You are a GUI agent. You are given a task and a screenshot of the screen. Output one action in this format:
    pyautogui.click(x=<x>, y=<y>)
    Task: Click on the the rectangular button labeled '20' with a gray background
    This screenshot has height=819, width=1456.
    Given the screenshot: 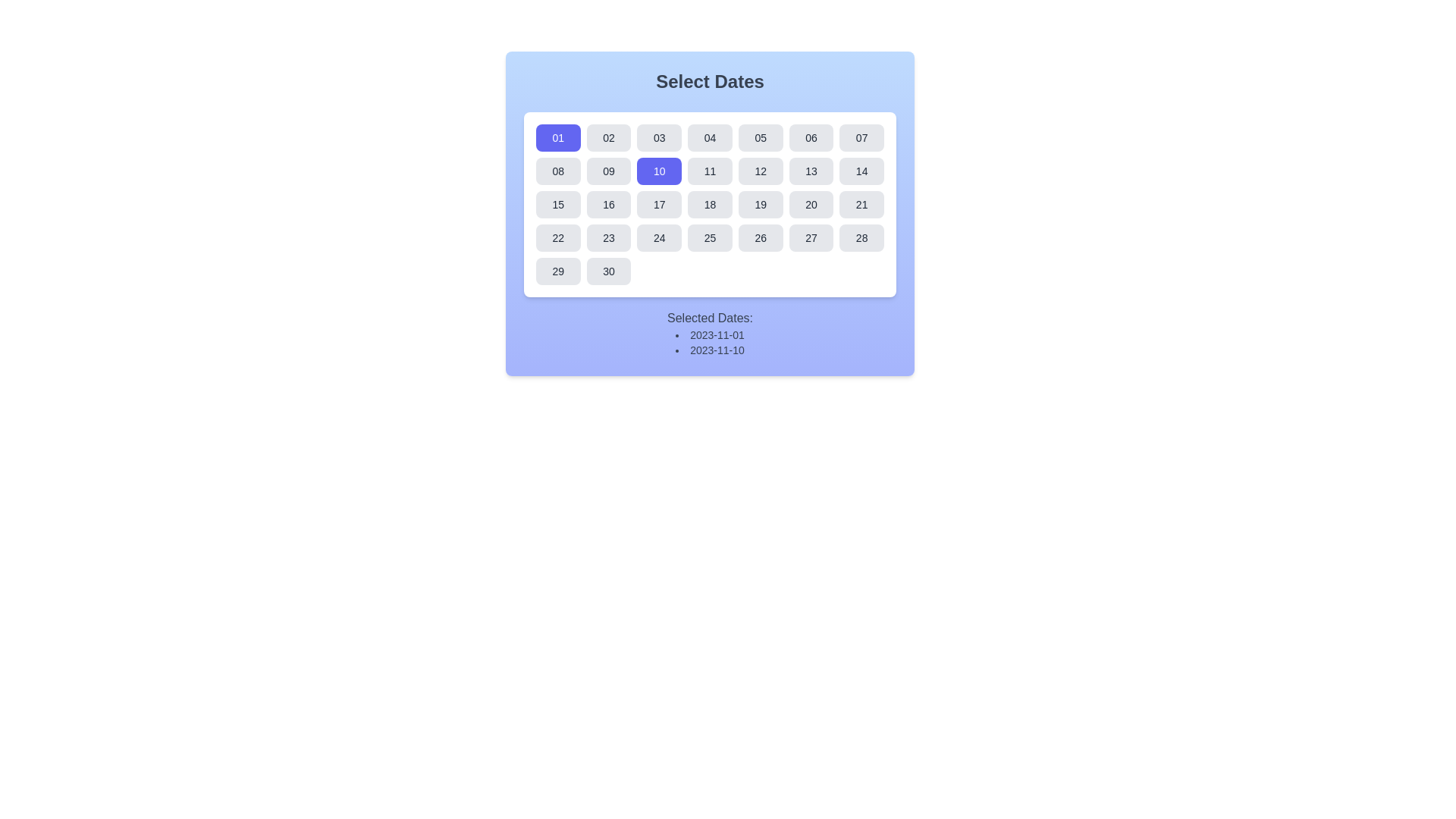 What is the action you would take?
    pyautogui.click(x=811, y=205)
    